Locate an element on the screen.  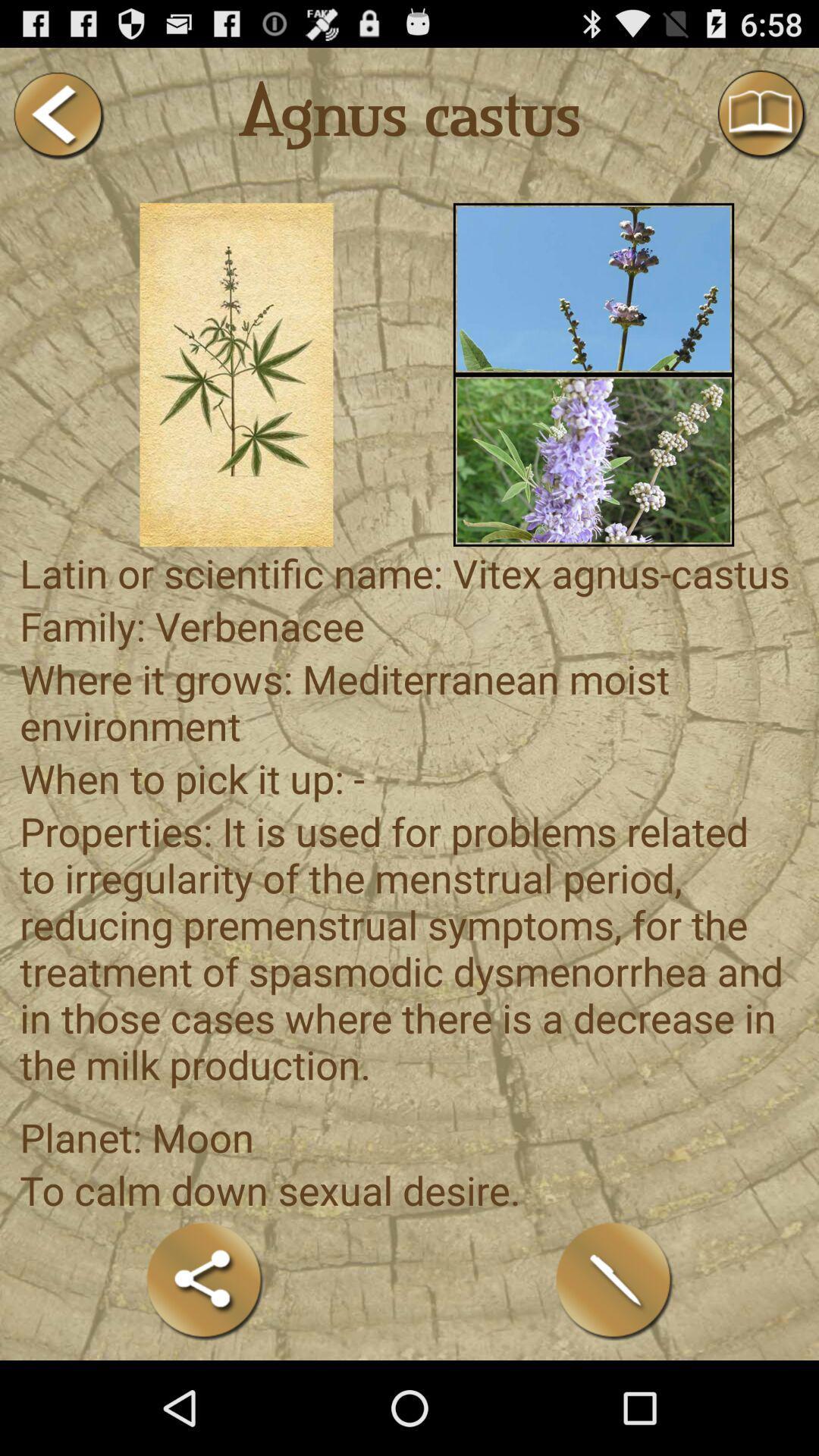
share the article is located at coordinates (205, 1280).